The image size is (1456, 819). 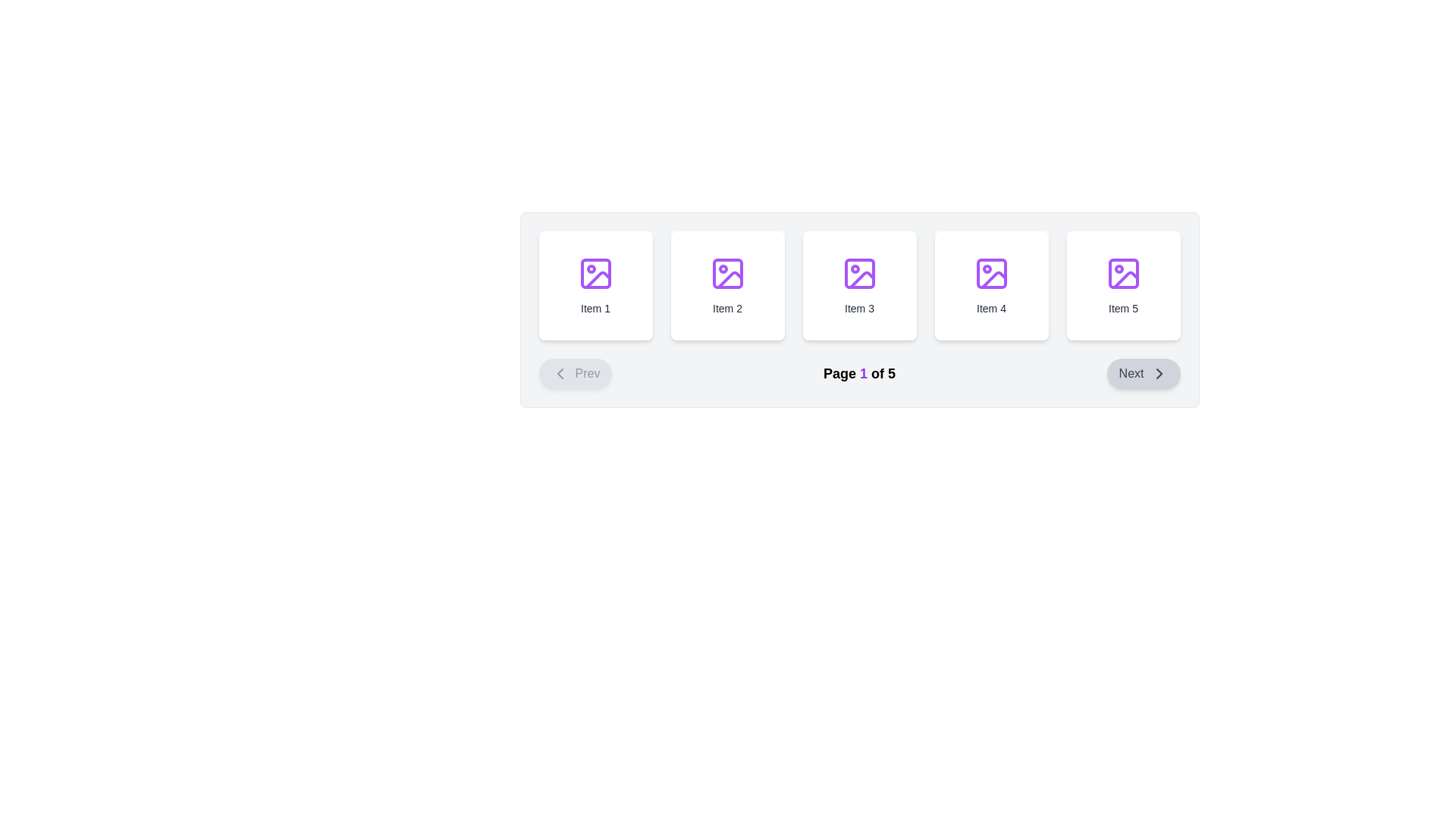 I want to click on the text label displaying 'Item 4' which is part of the fourth card in a horizontally aligned list of cards, so click(x=991, y=308).